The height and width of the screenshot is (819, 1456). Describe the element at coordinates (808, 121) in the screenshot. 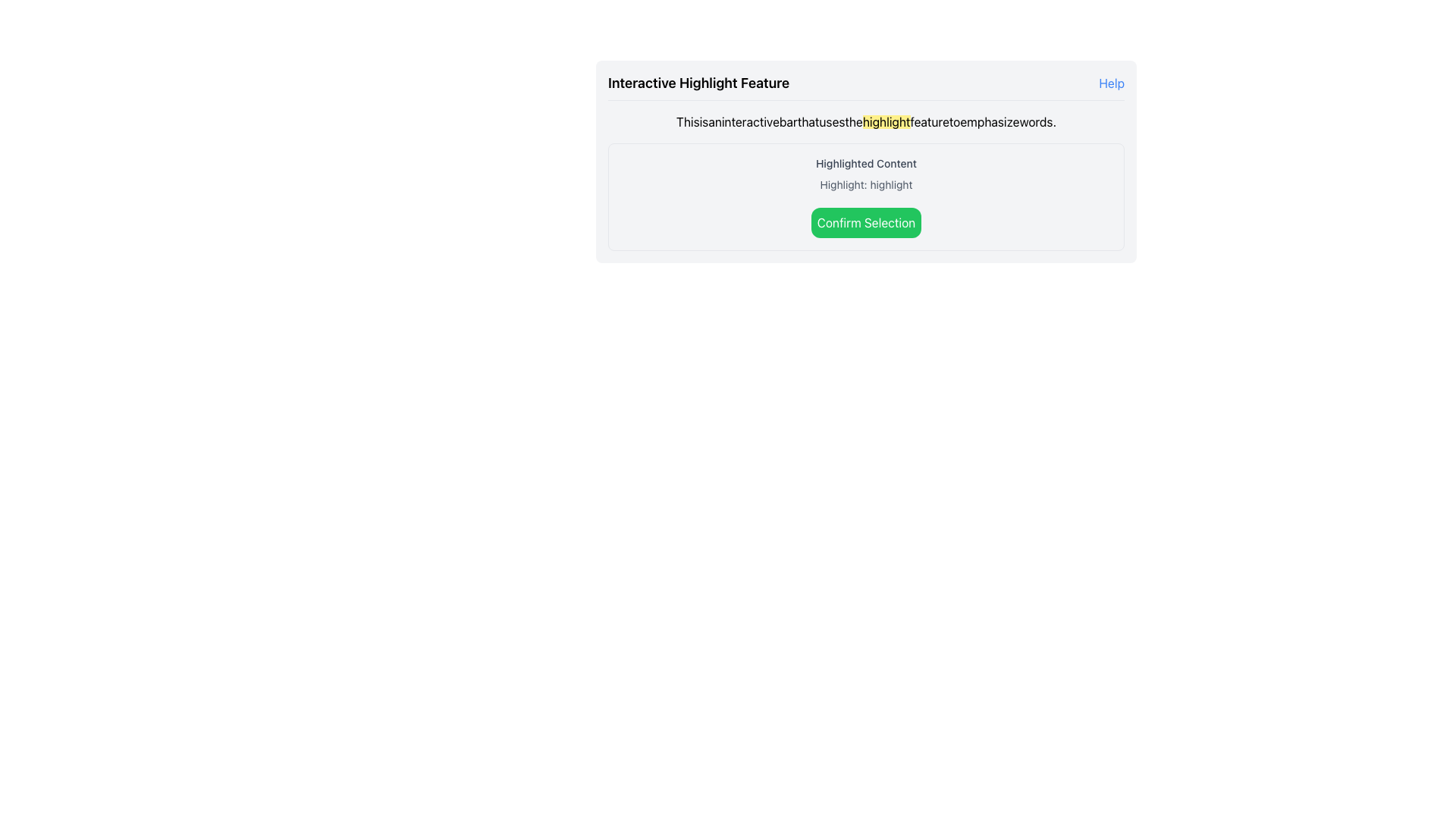

I see `the text element displaying the word 'that', which is the sixth word in the sentence 'This is an interactive bar that uses the highlight feature to emphasize words.'` at that location.